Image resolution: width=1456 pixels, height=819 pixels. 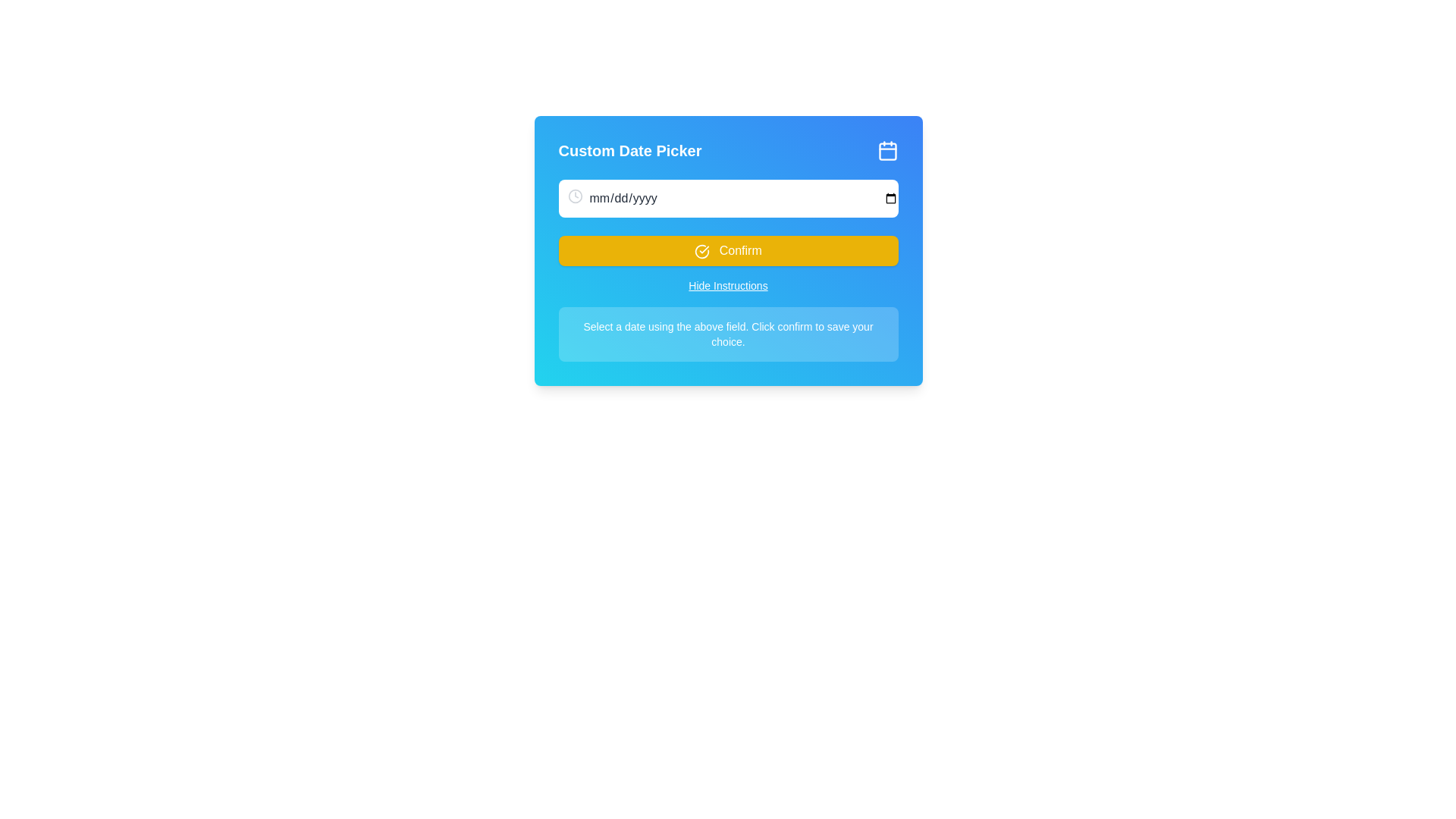 I want to click on the circular graphical element that forms part of the SVG clock icon located to the left of the date input field with the placeholder 'mm/dd/yyyy', so click(x=574, y=195).